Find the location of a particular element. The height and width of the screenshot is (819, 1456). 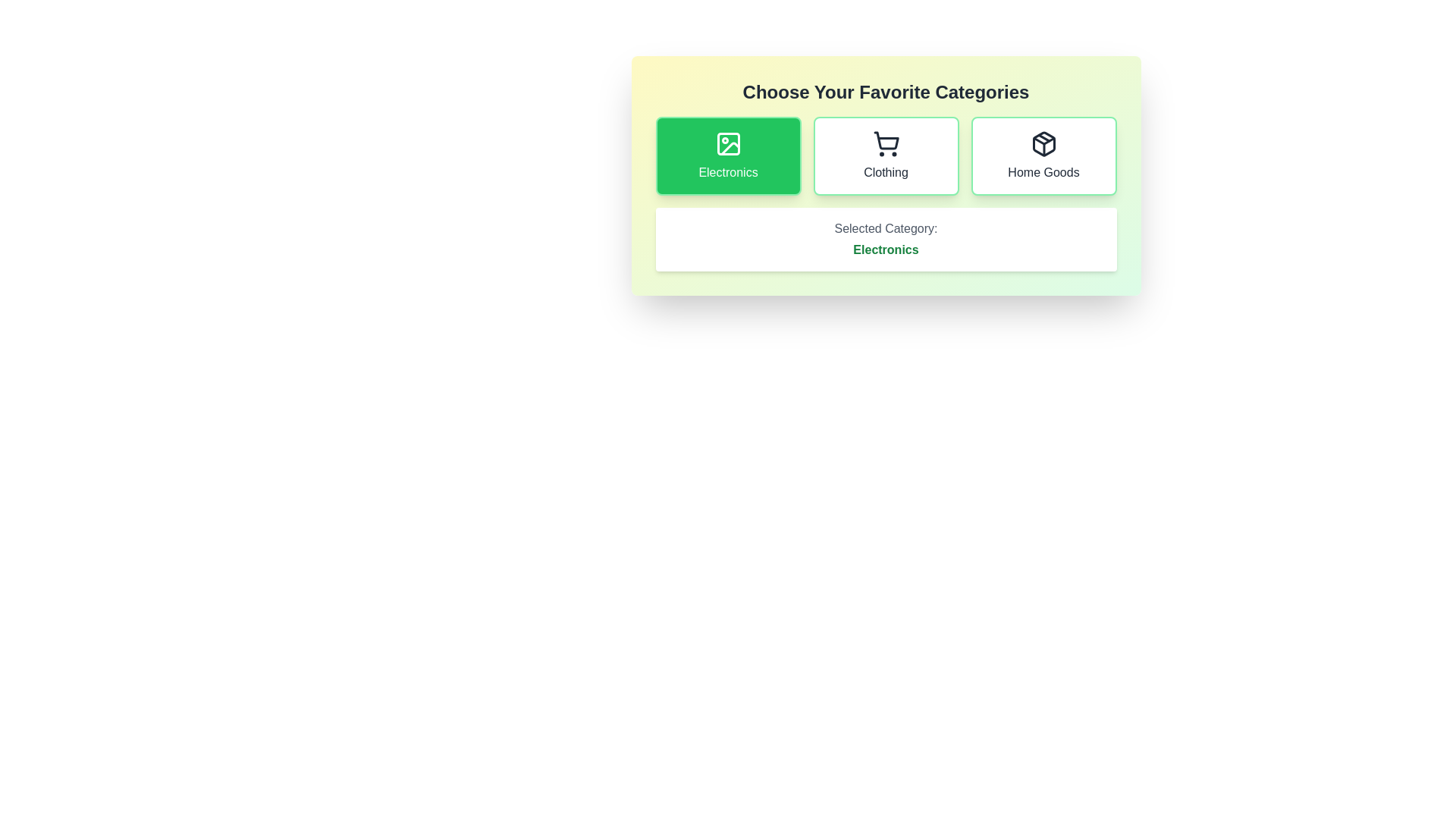

the category button corresponding to Electronics is located at coordinates (728, 155).